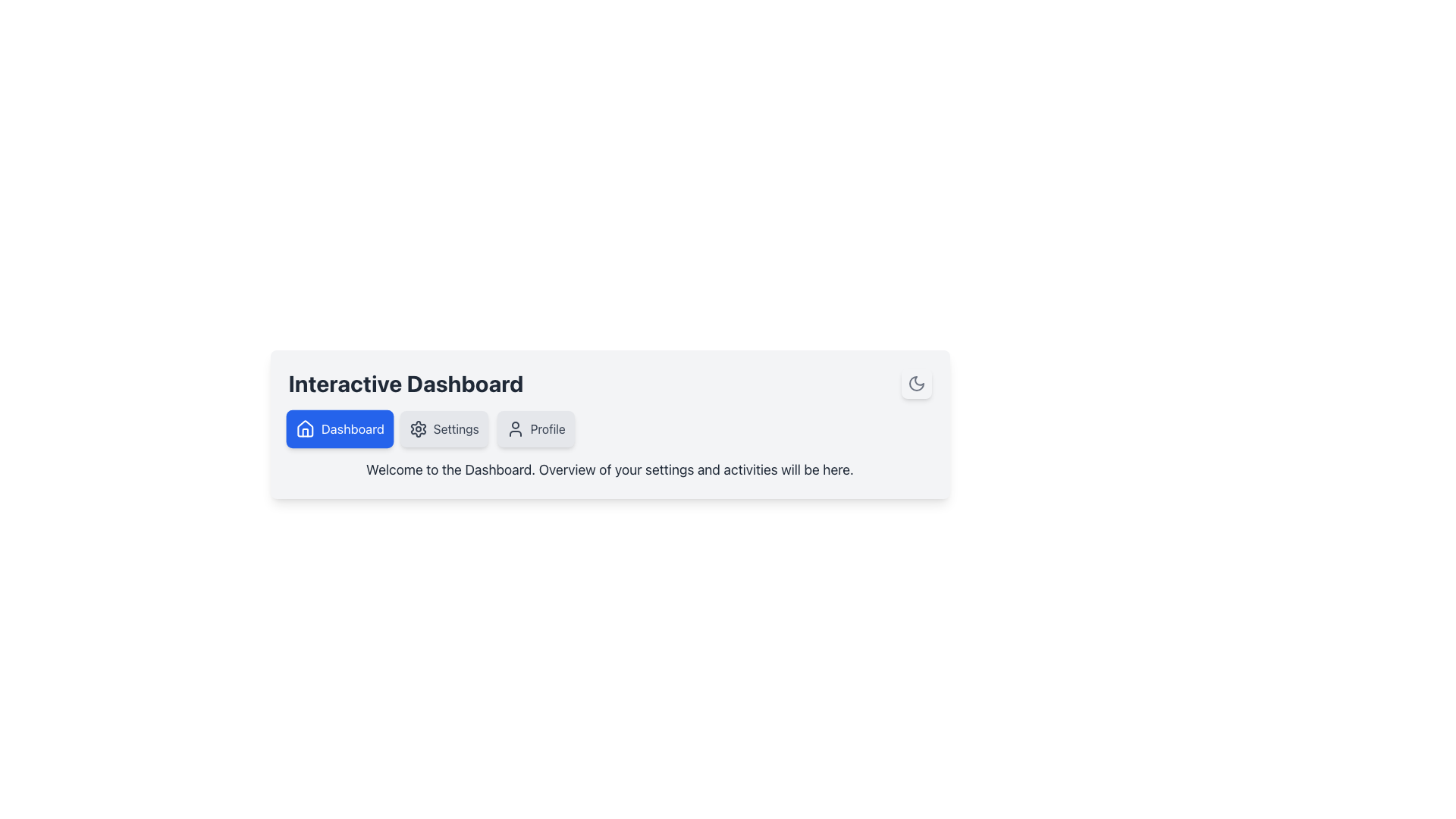 Image resolution: width=1456 pixels, height=819 pixels. What do you see at coordinates (915, 382) in the screenshot?
I see `the crescent moon icon in the top-right corner of the dashboard` at bounding box center [915, 382].